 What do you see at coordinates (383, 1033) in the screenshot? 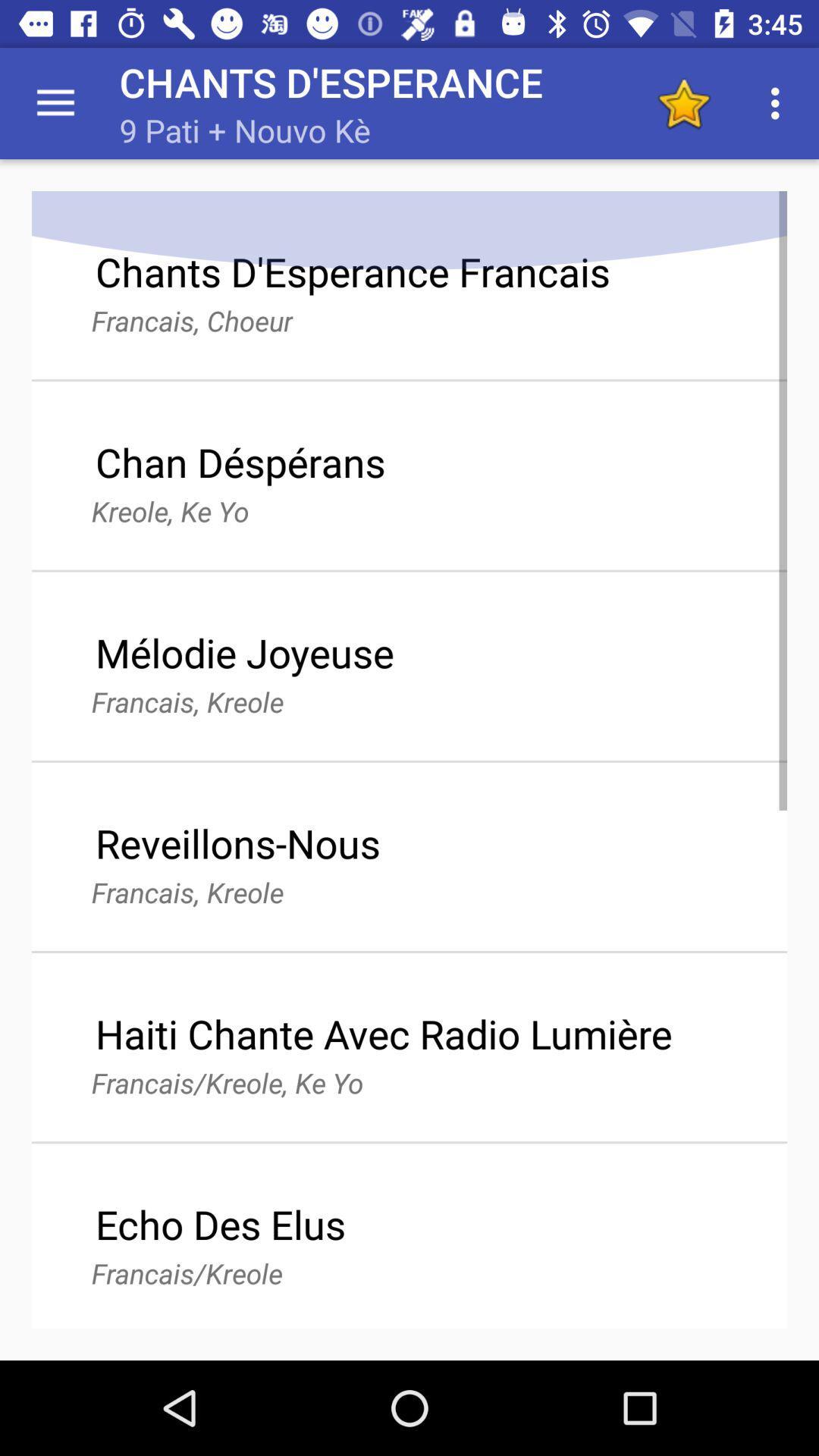
I see `haiti chante avec item` at bounding box center [383, 1033].